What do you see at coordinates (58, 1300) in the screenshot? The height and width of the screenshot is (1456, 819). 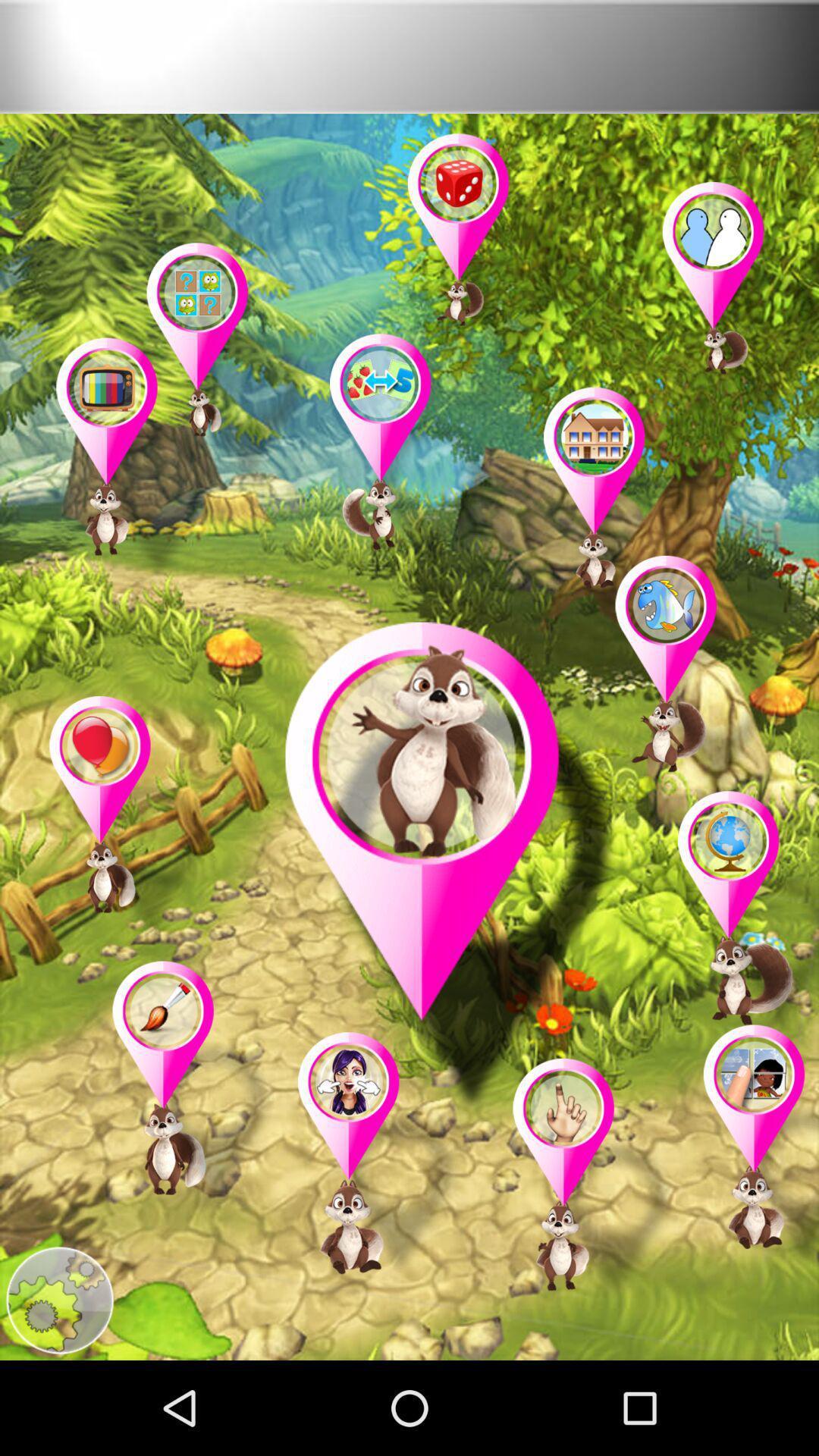 I see `setting option` at bounding box center [58, 1300].